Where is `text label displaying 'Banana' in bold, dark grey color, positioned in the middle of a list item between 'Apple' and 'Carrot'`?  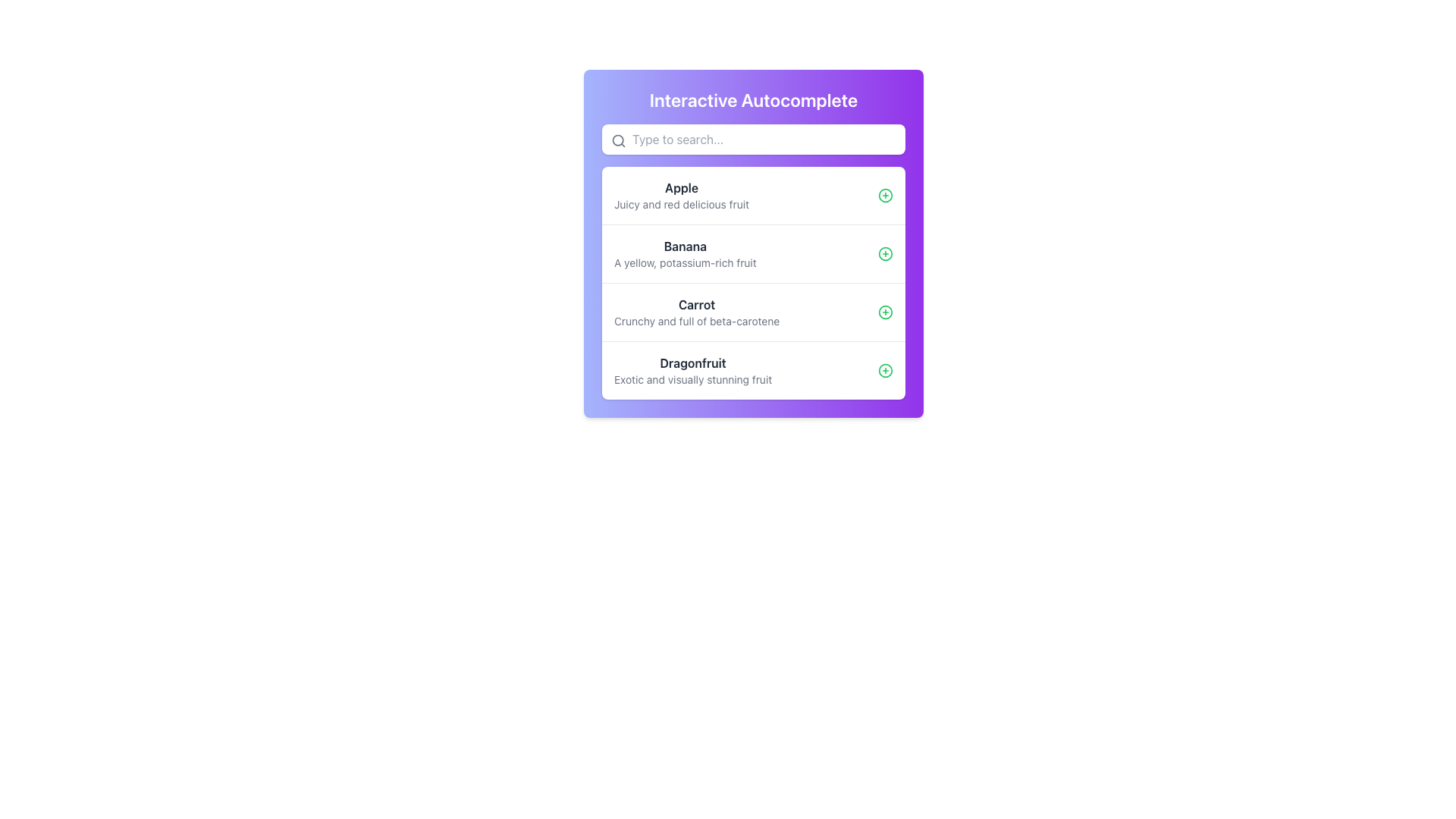
text label displaying 'Banana' in bold, dark grey color, positioned in the middle of a list item between 'Apple' and 'Carrot' is located at coordinates (684, 245).